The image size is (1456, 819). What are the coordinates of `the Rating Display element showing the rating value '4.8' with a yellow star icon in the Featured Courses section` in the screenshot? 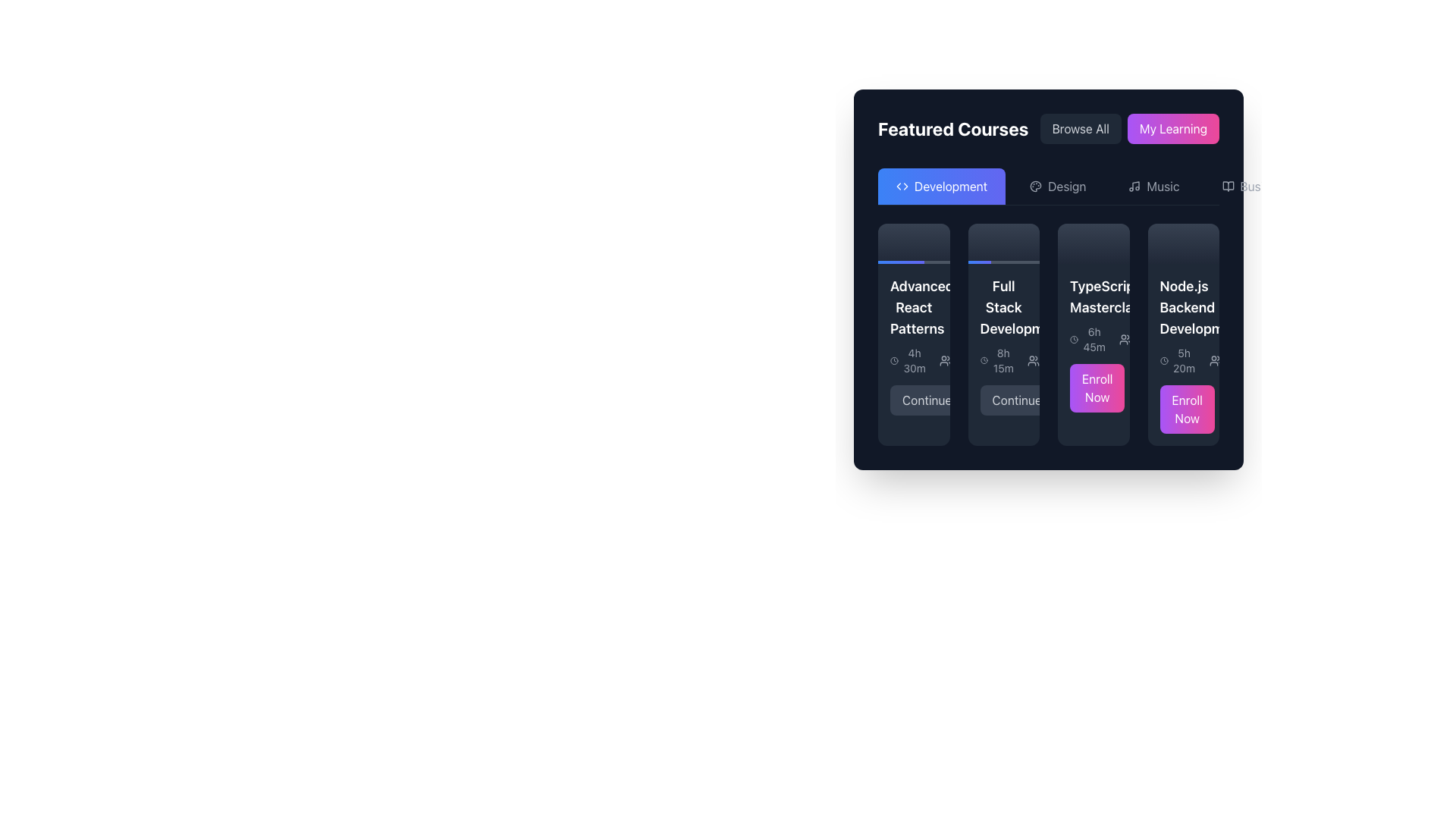 It's located at (1009, 361).